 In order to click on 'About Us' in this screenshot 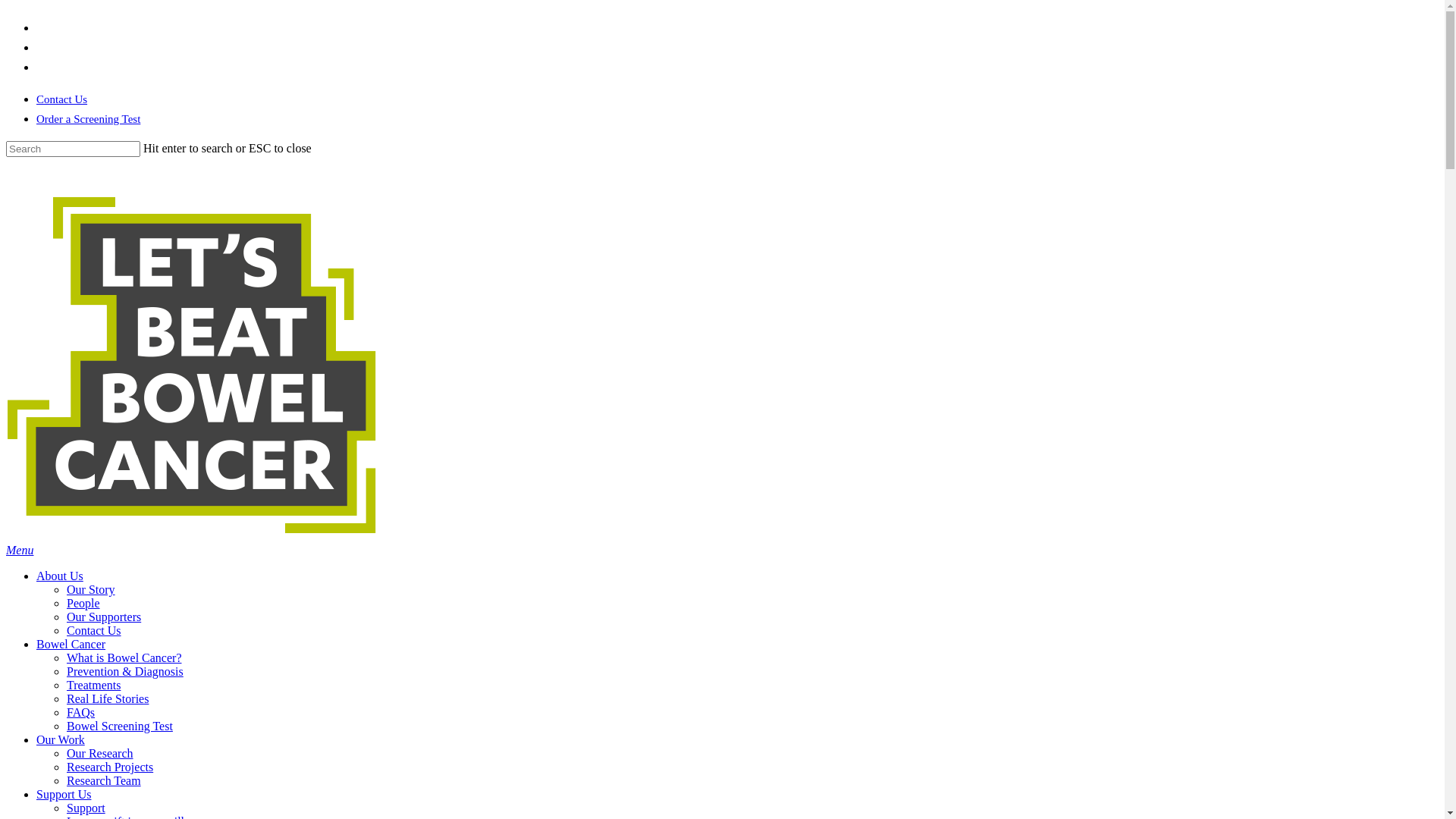, I will do `click(59, 576)`.